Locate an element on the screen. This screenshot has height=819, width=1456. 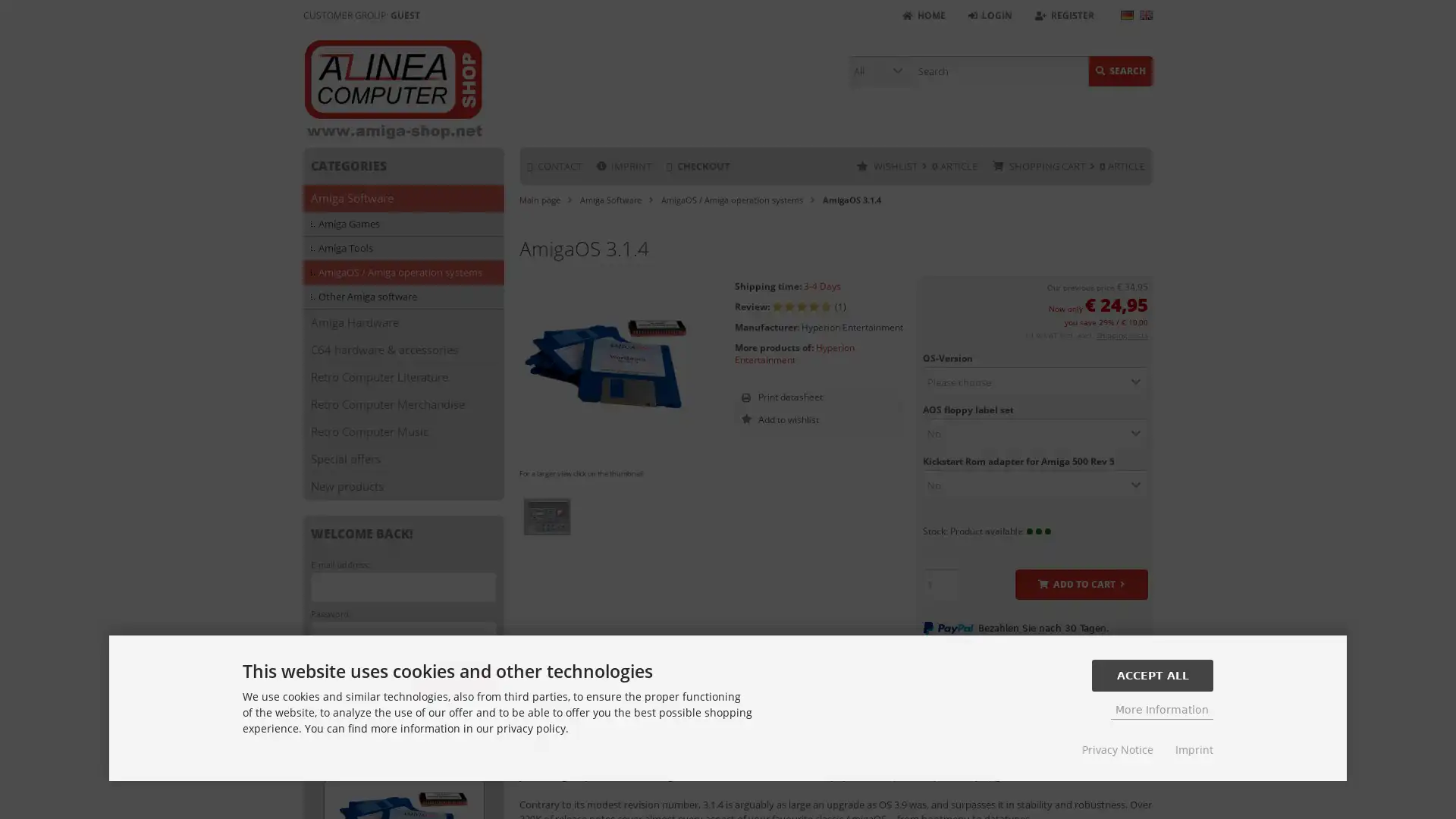
All All is located at coordinates (880, 71).